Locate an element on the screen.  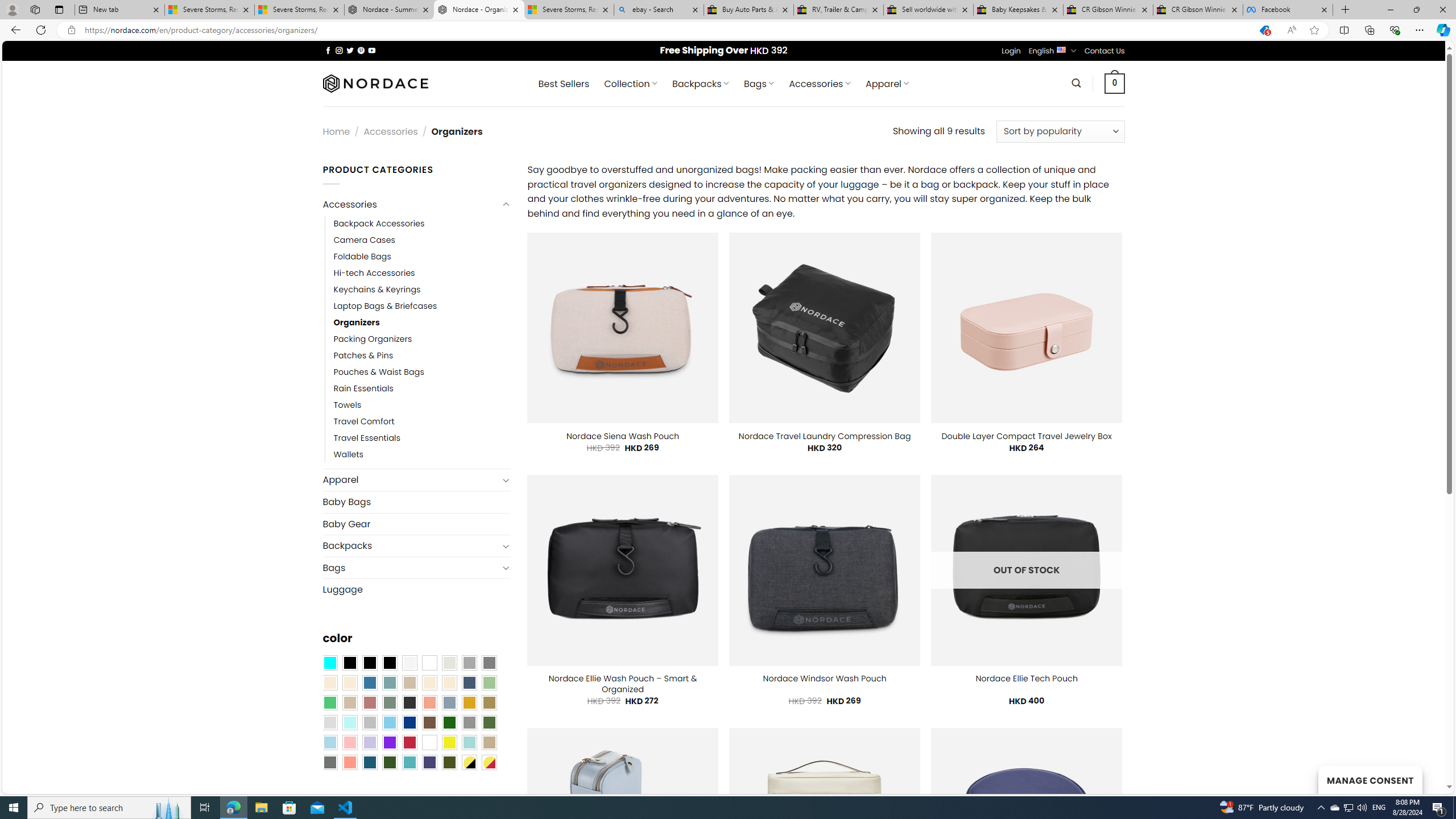
'Back' is located at coordinates (14, 29).